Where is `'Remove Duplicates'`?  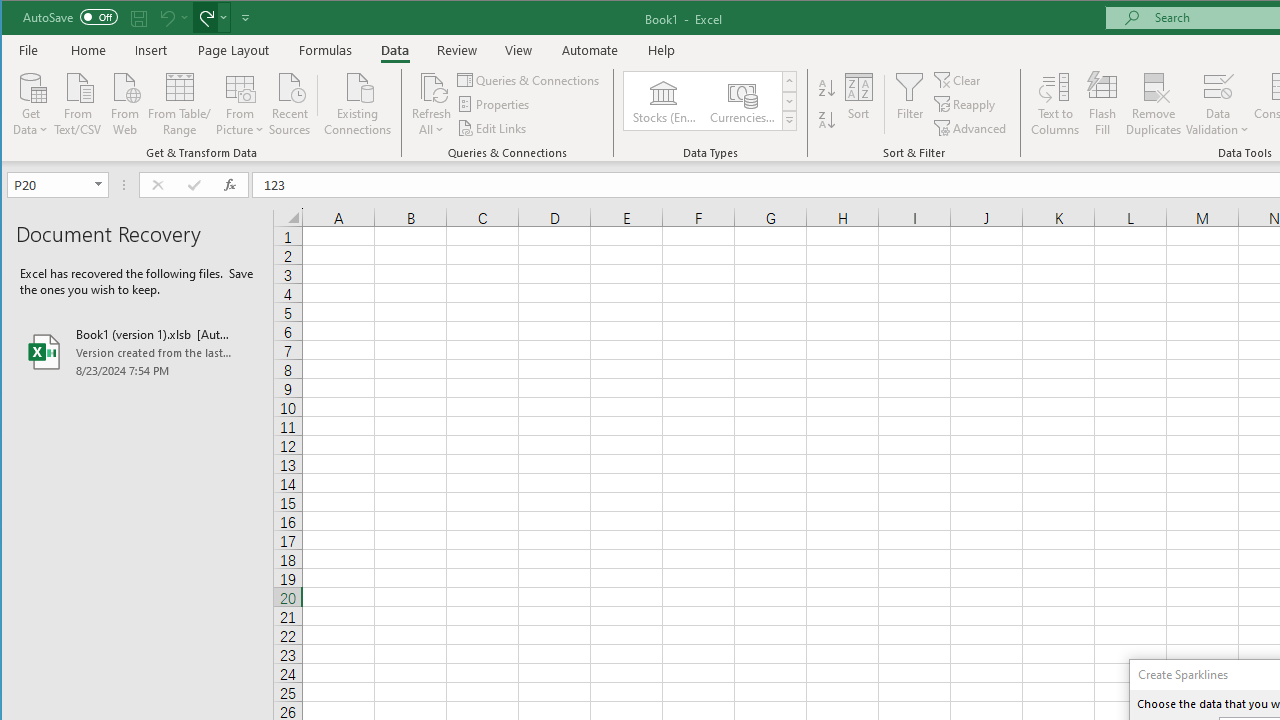
'Remove Duplicates' is located at coordinates (1153, 104).